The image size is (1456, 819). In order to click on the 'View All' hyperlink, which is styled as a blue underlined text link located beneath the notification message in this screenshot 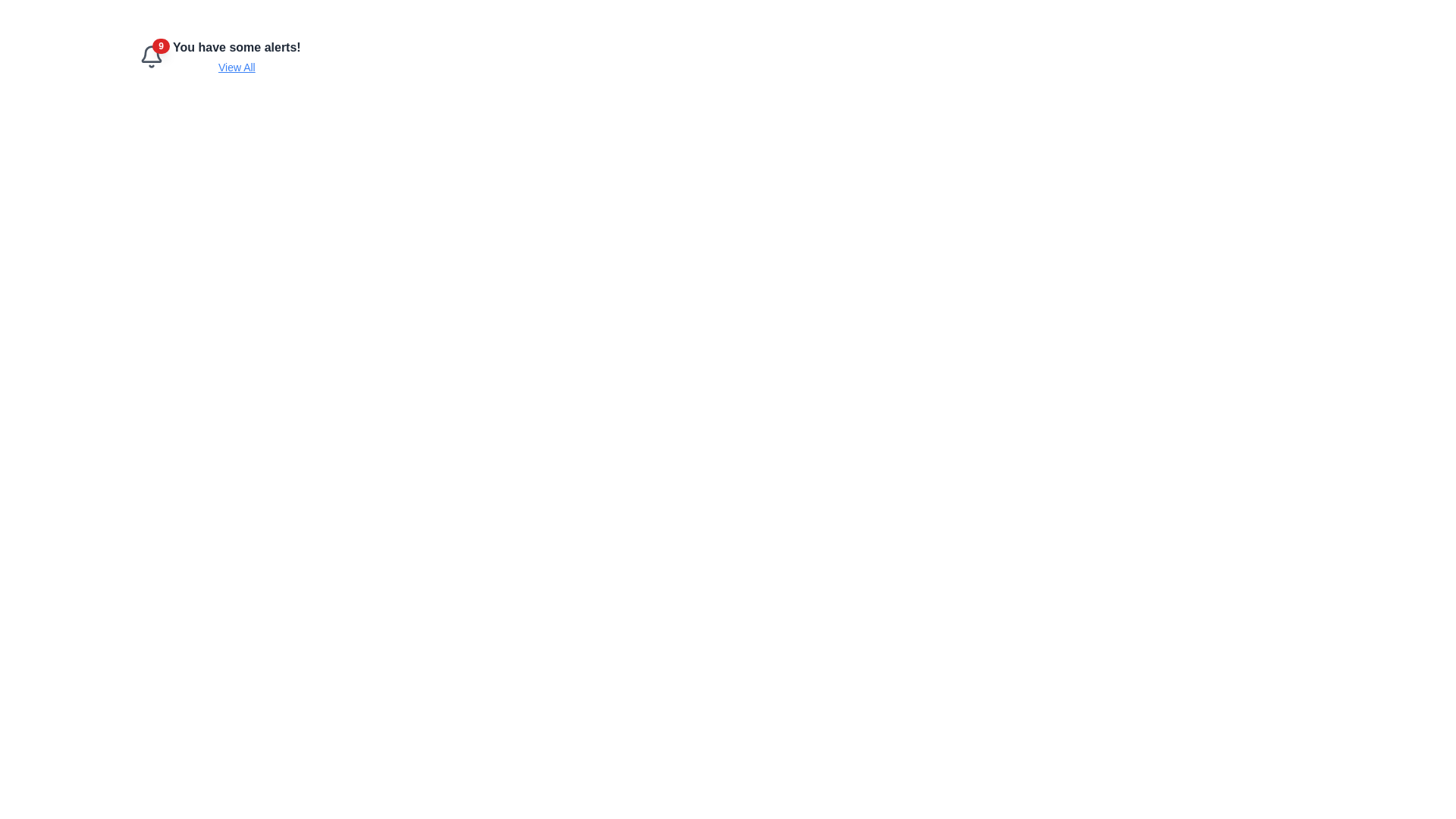, I will do `click(236, 66)`.